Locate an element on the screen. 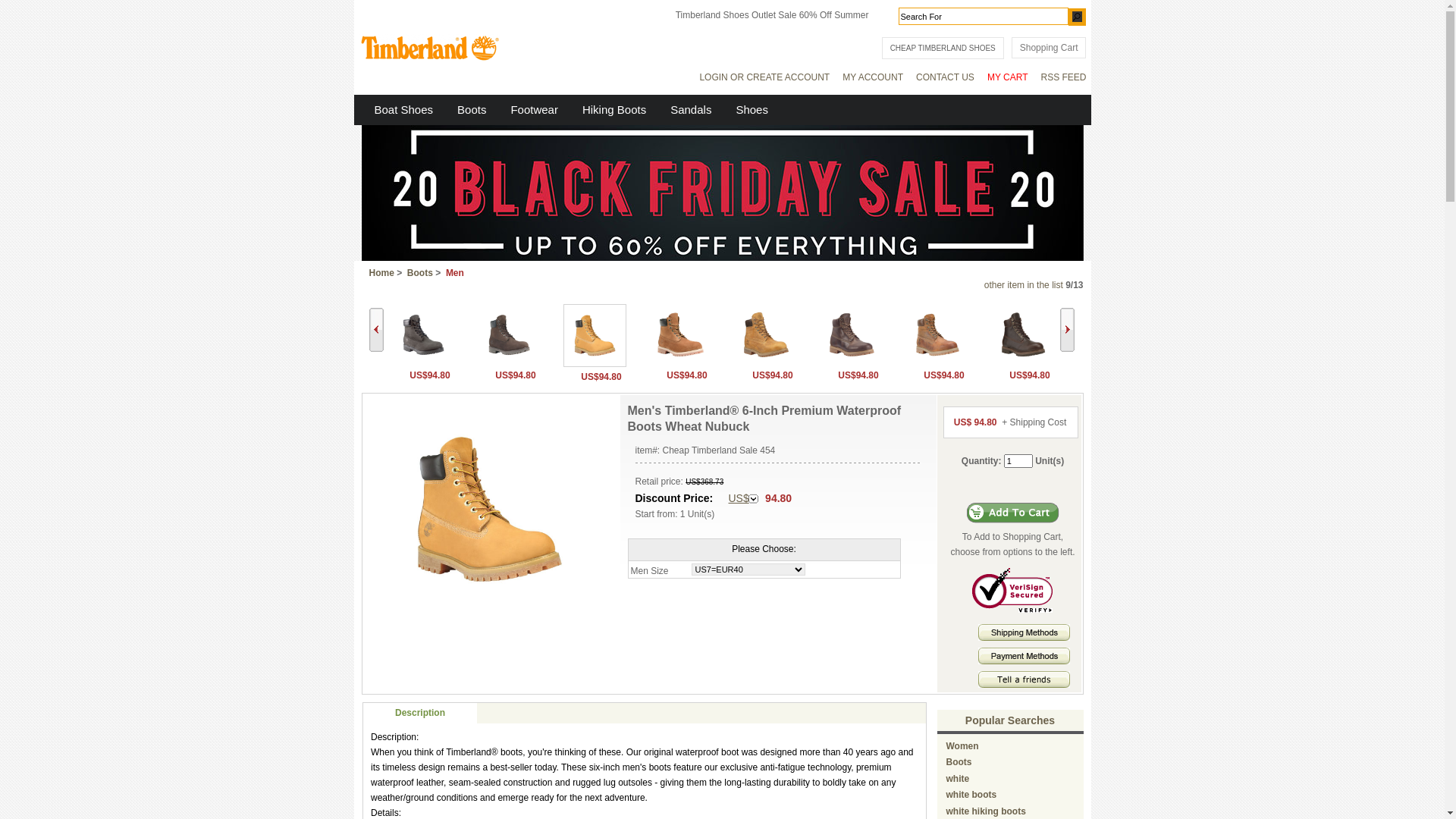 Image resolution: width=1456 pixels, height=819 pixels. 'Boots' is located at coordinates (959, 762).